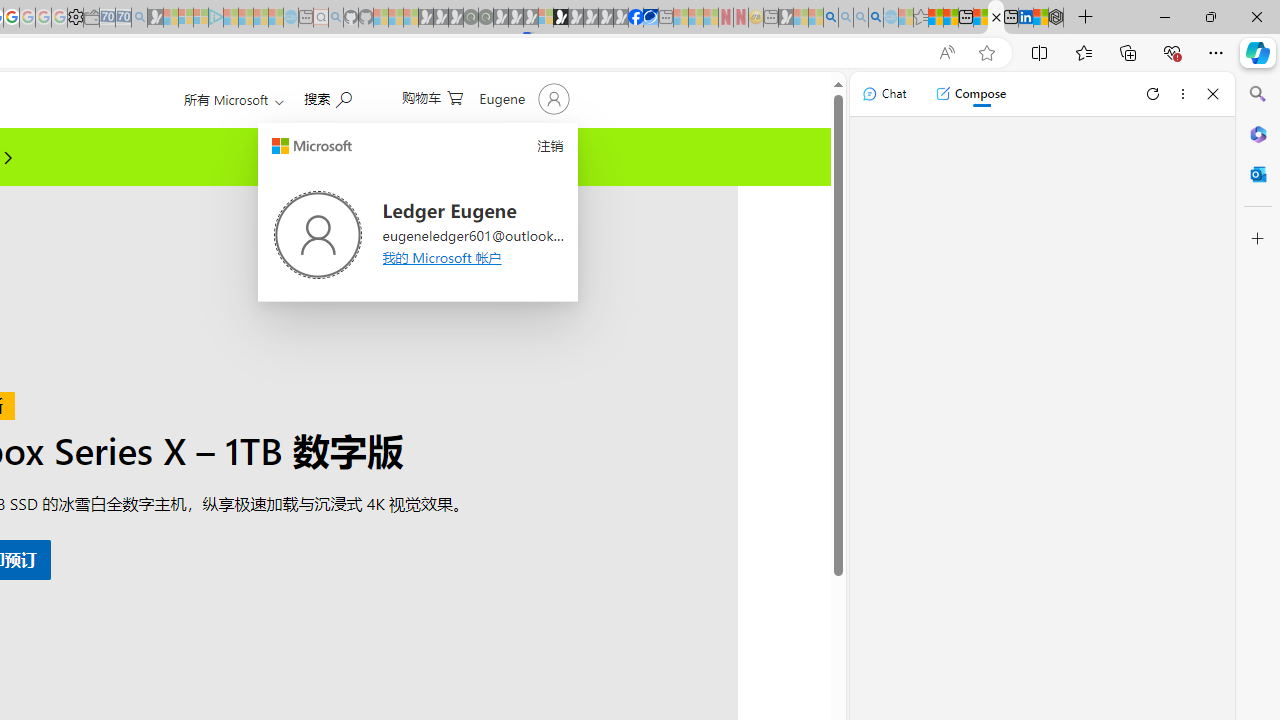  Describe the element at coordinates (1257, 51) in the screenshot. I see `'Copilot (Ctrl+Shift+.)'` at that location.